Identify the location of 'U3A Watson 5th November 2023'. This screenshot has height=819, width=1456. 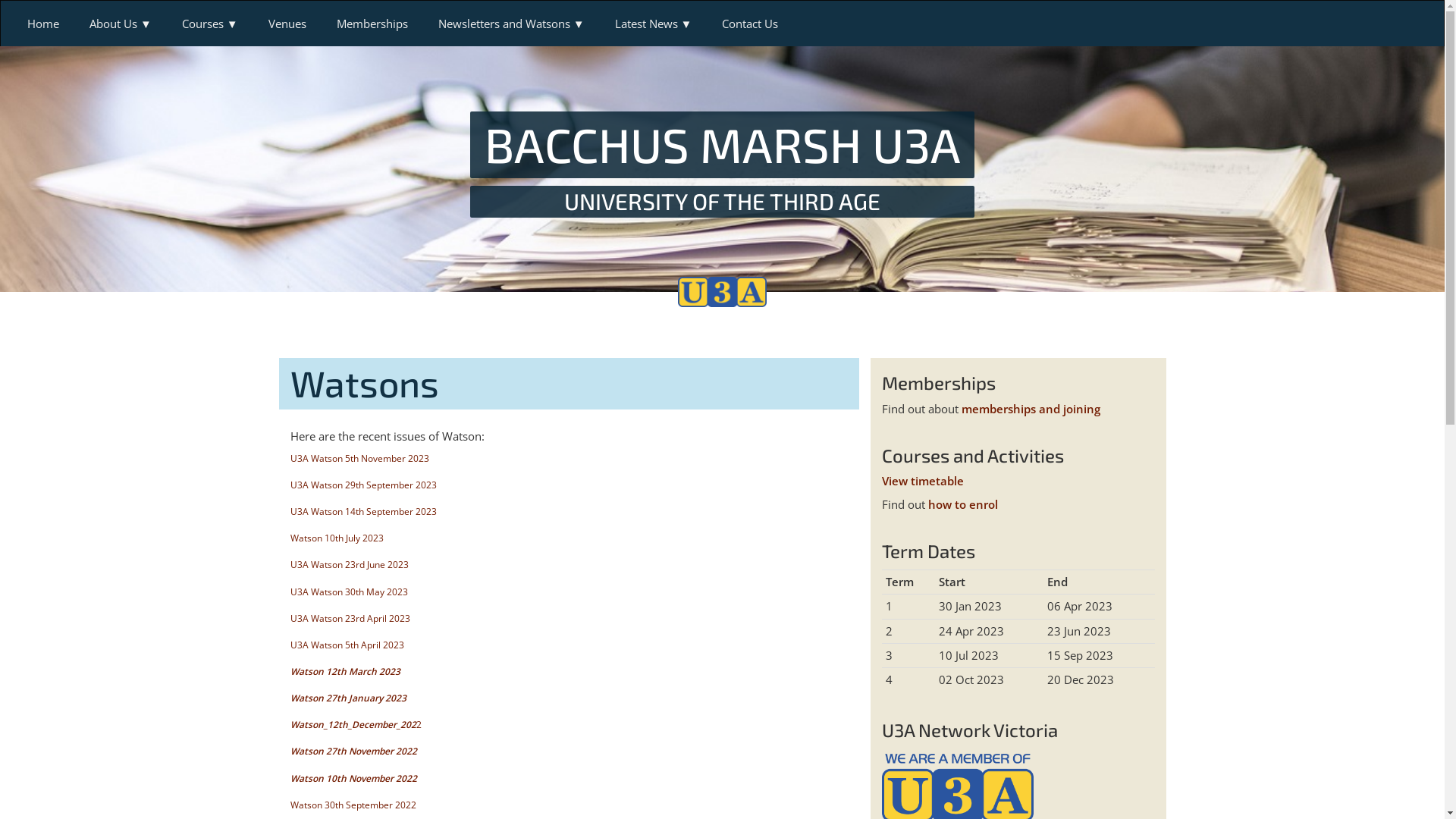
(290, 457).